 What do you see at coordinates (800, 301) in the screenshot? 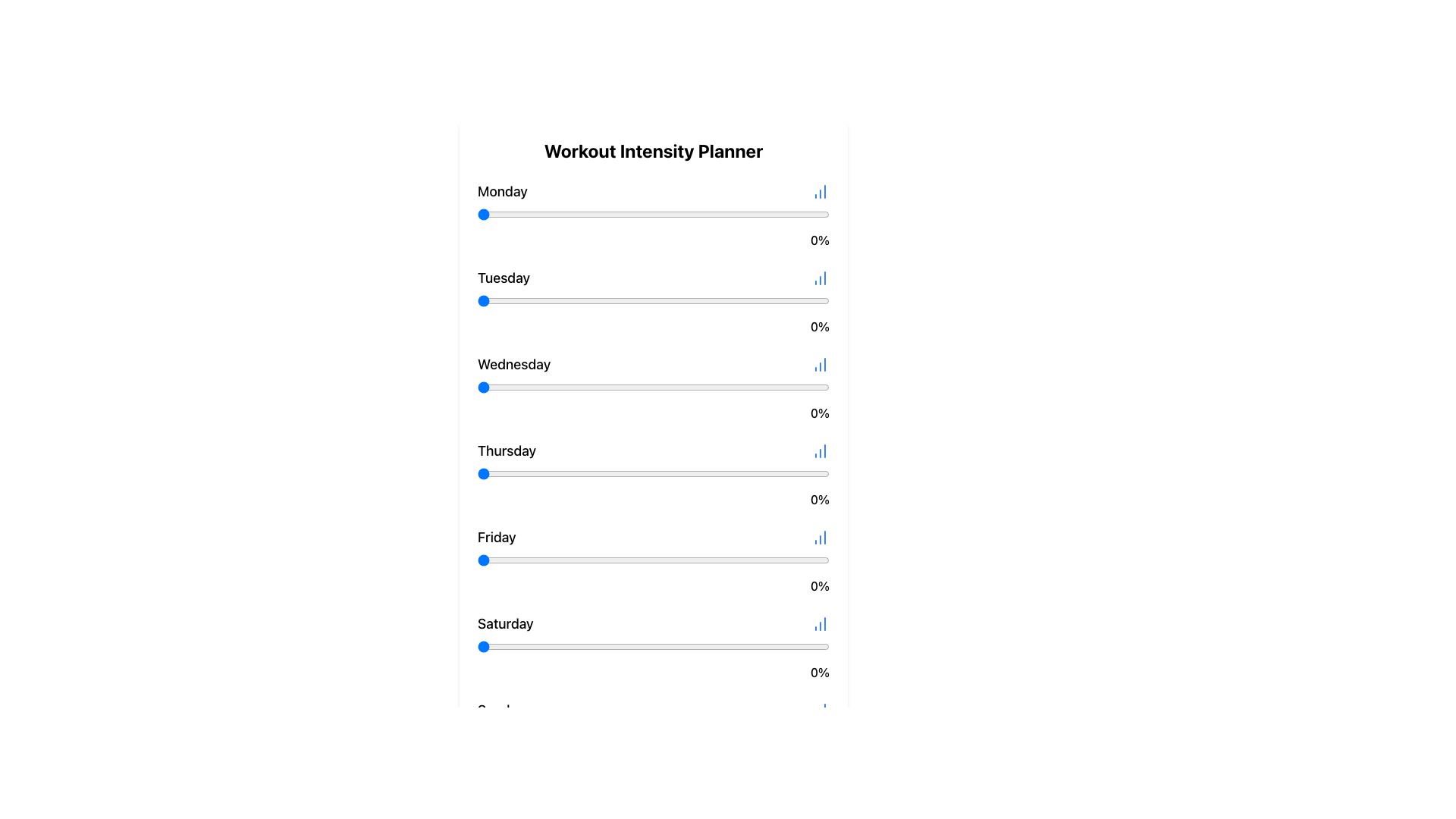
I see `the Tuesday intensity level` at bounding box center [800, 301].